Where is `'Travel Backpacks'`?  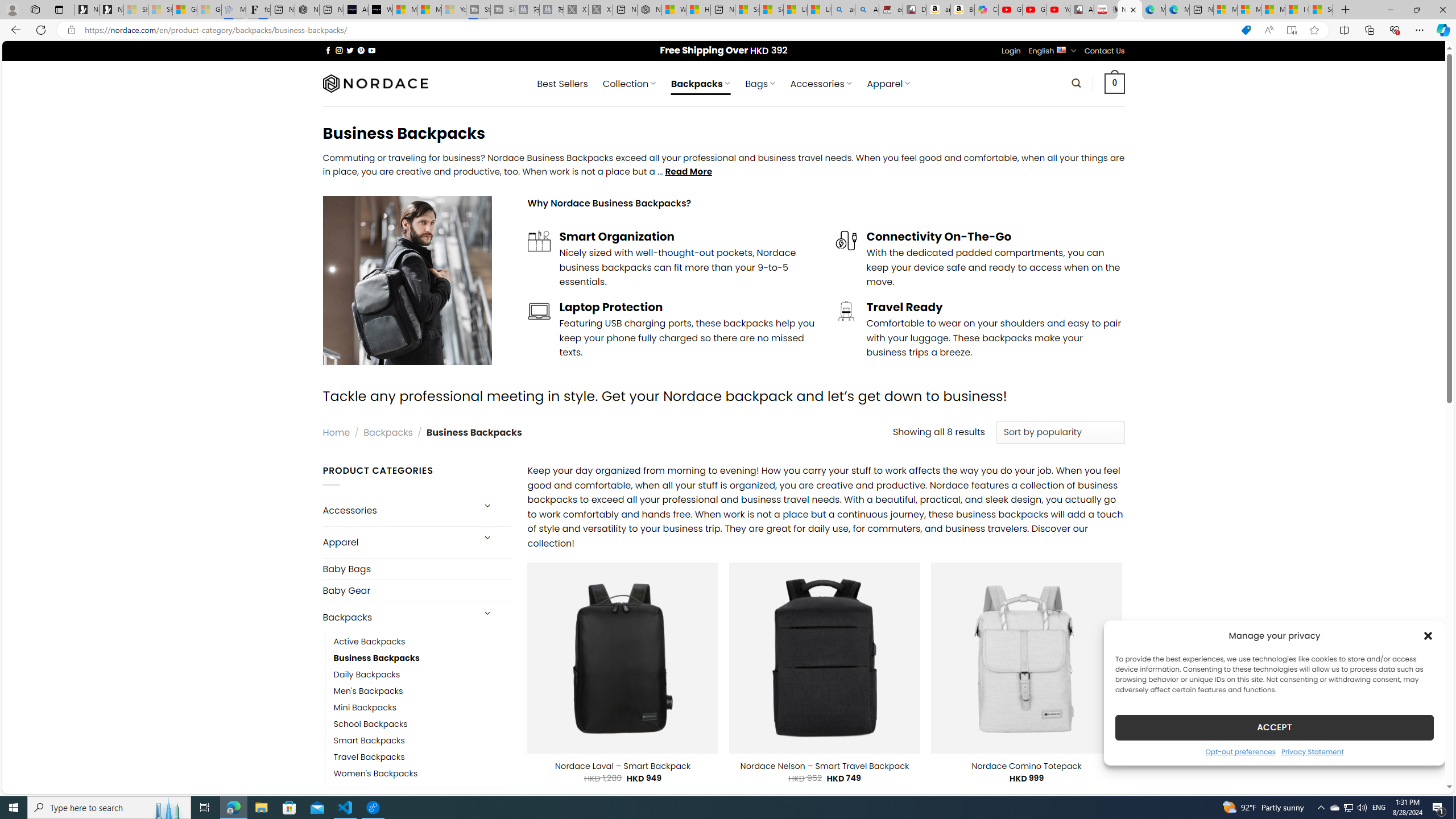 'Travel Backpacks' is located at coordinates (421, 756).